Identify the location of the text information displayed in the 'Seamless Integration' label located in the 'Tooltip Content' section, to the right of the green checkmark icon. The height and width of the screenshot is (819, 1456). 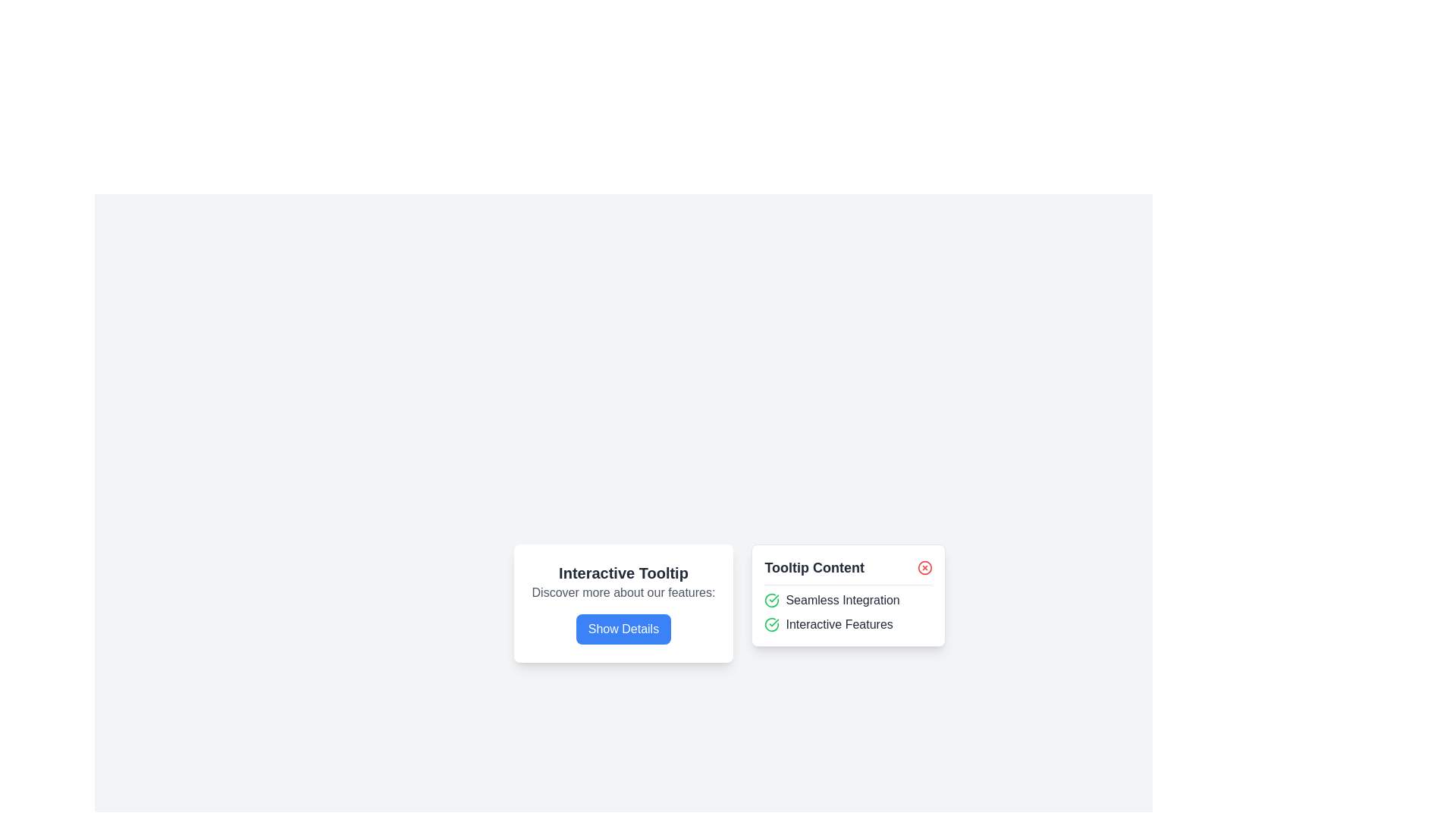
(842, 599).